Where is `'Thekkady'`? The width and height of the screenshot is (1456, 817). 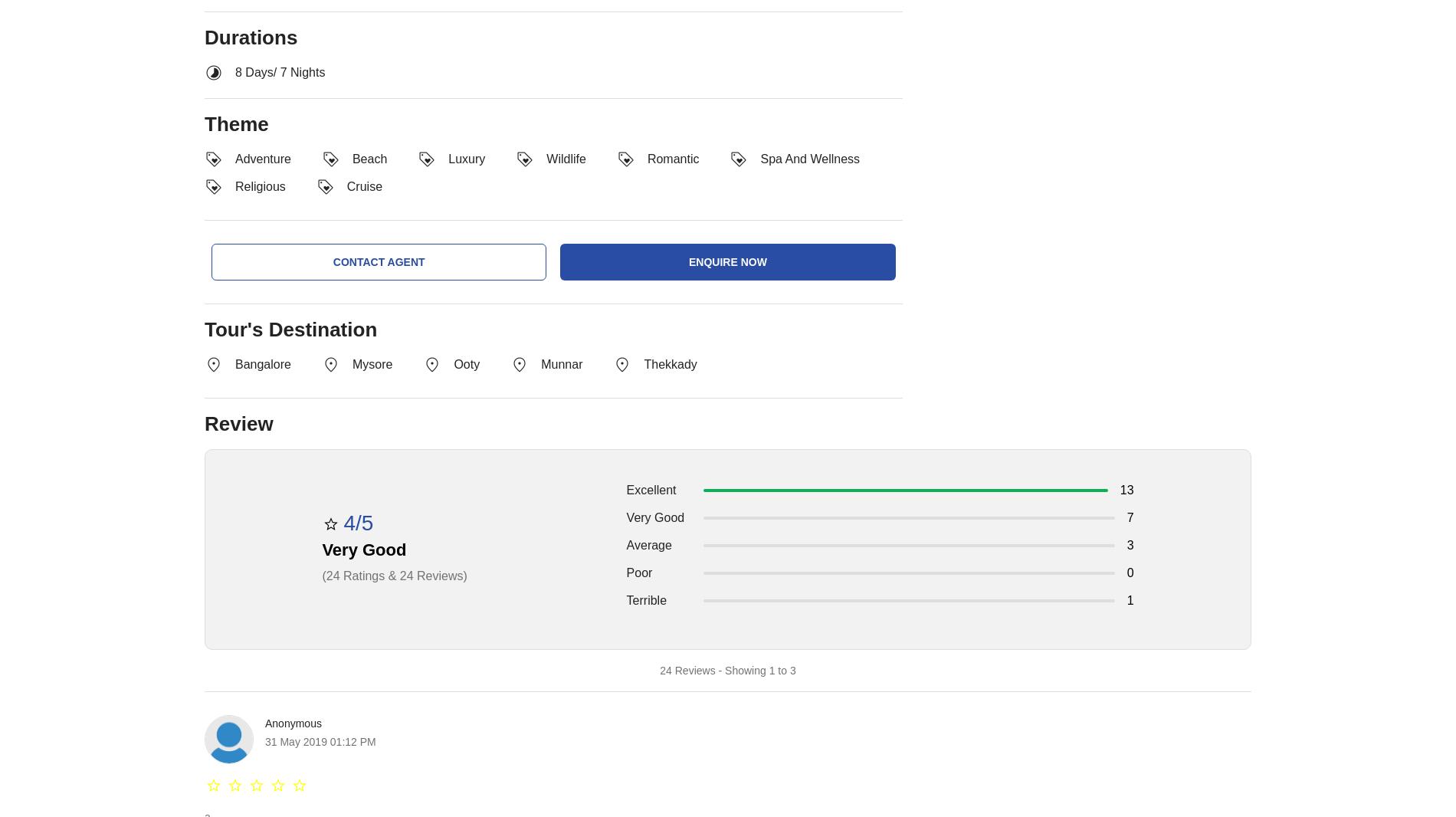 'Thekkady' is located at coordinates (669, 364).